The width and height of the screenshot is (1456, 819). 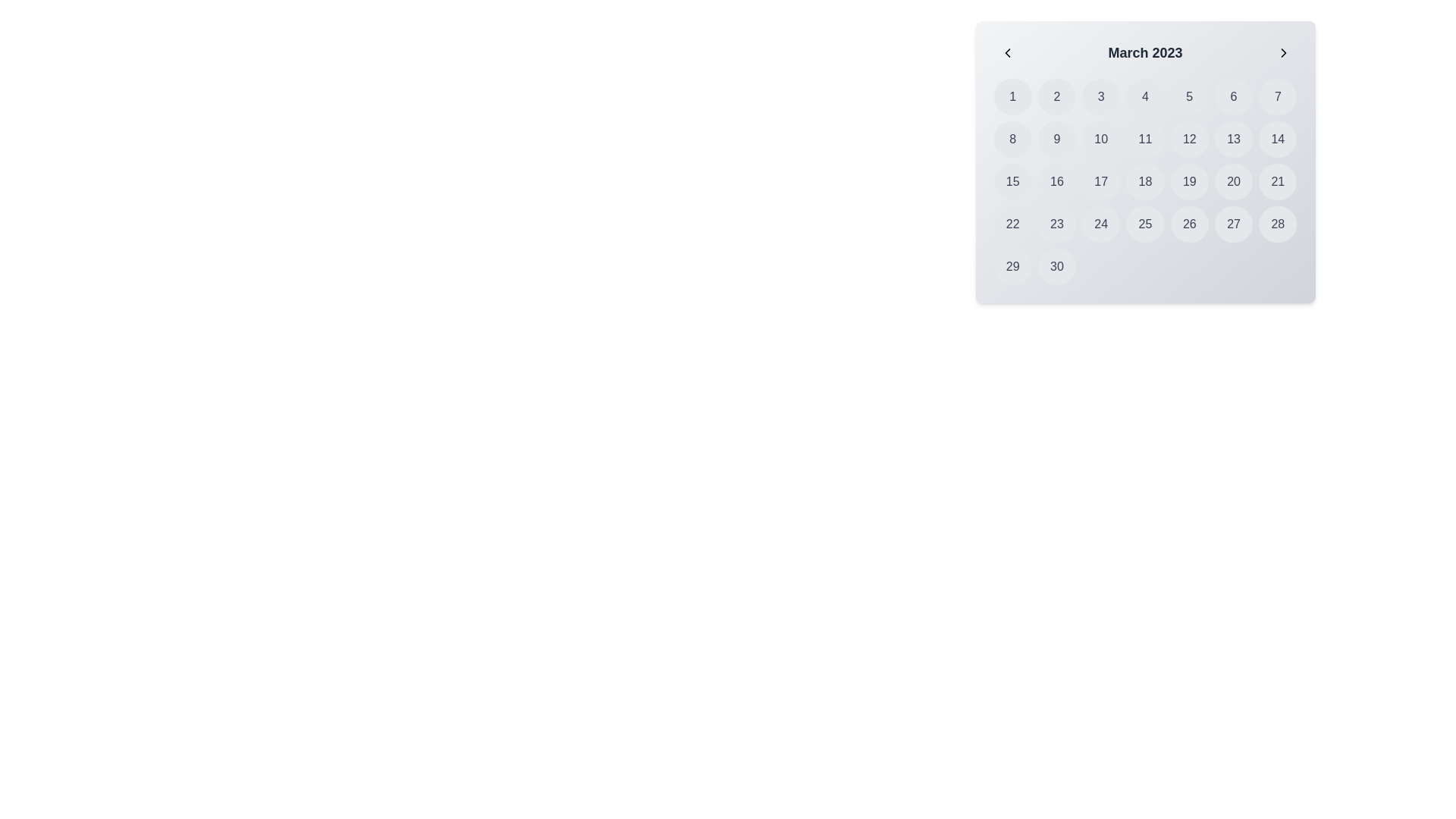 I want to click on the Calendar Date Button located at the bottom row and first column of the calendar grid, so click(x=1012, y=265).